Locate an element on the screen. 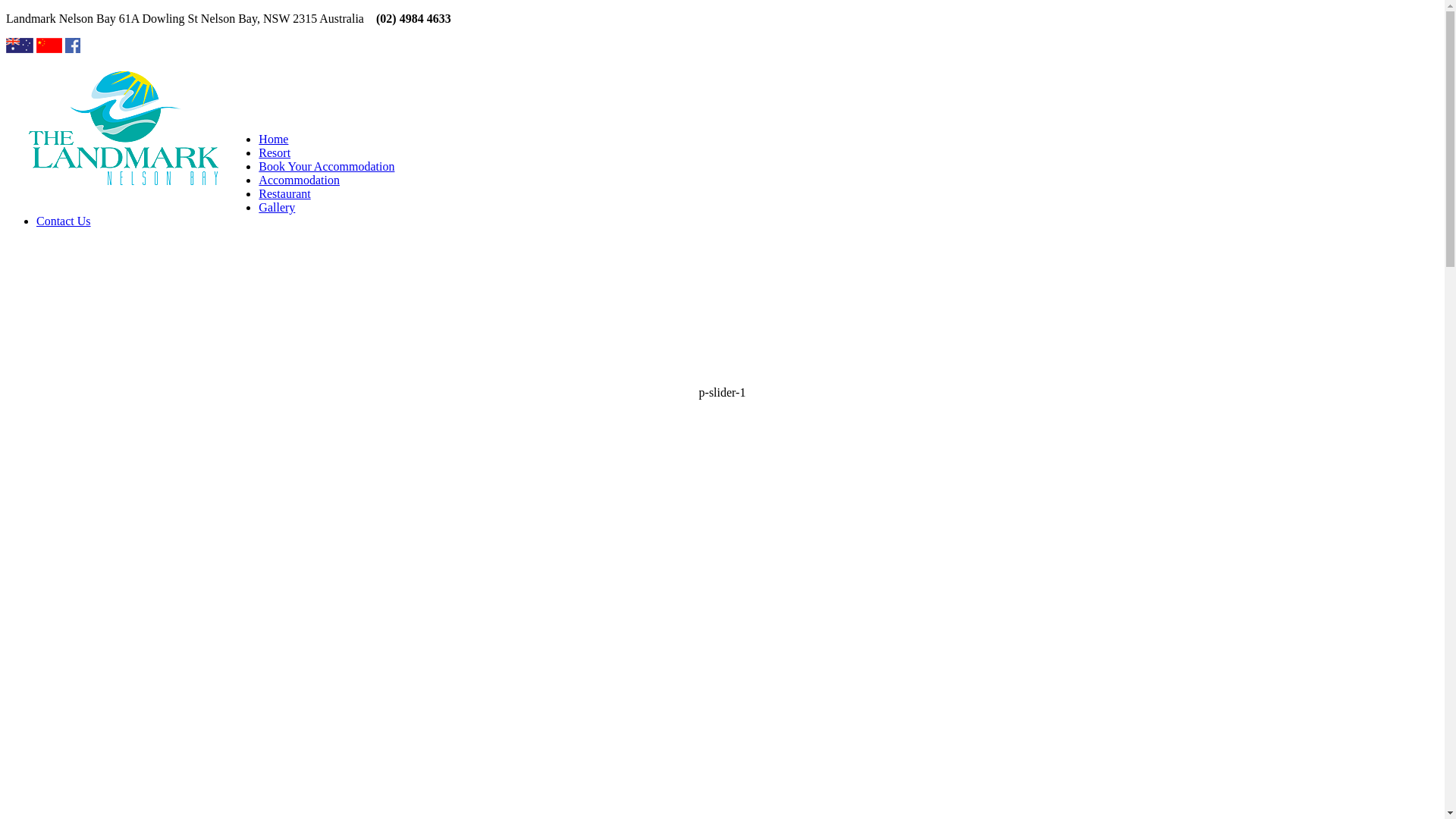 This screenshot has height=819, width=1456. 'Resort' is located at coordinates (274, 152).